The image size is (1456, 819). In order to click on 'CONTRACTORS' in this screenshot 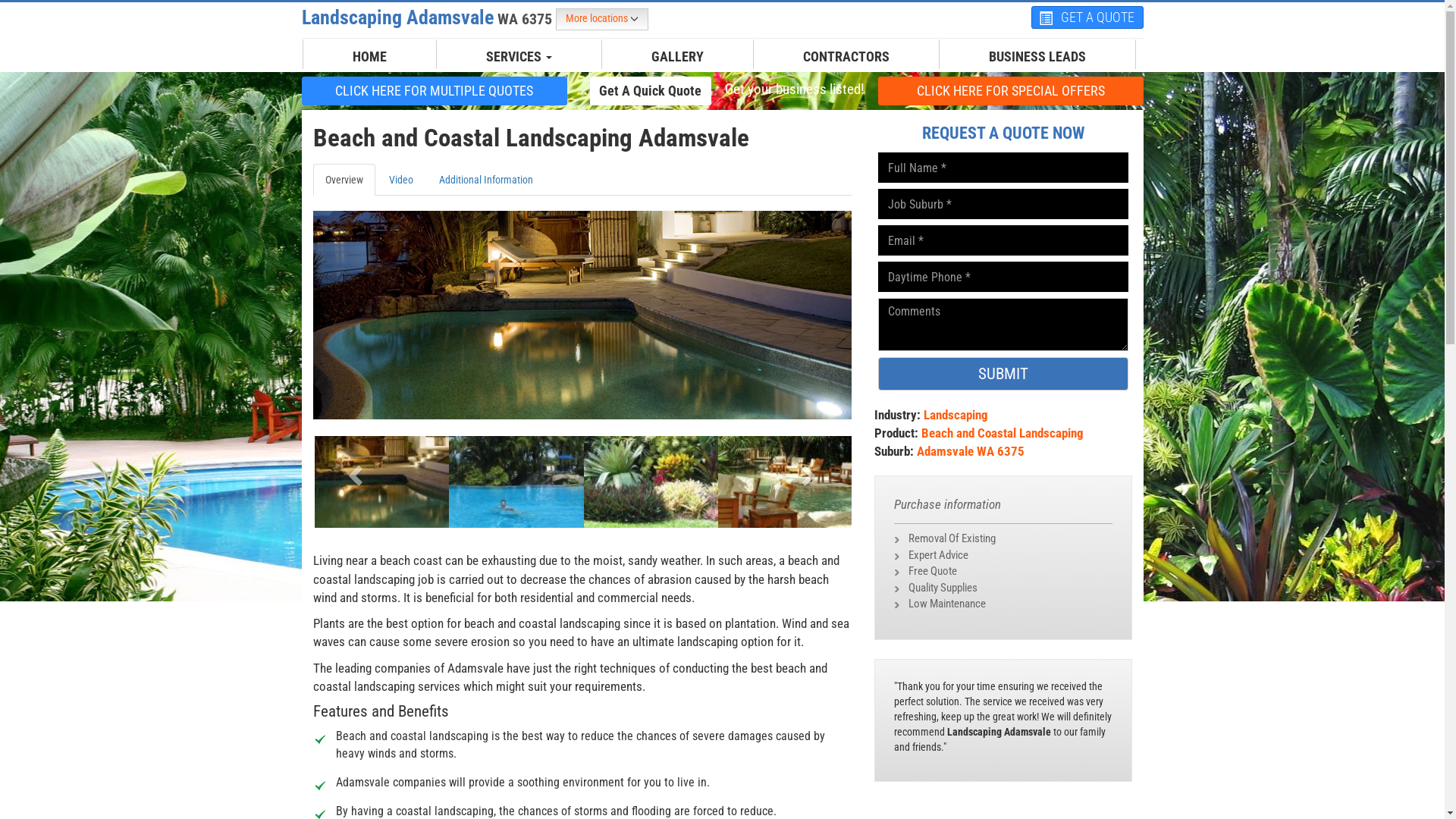, I will do `click(846, 55)`.